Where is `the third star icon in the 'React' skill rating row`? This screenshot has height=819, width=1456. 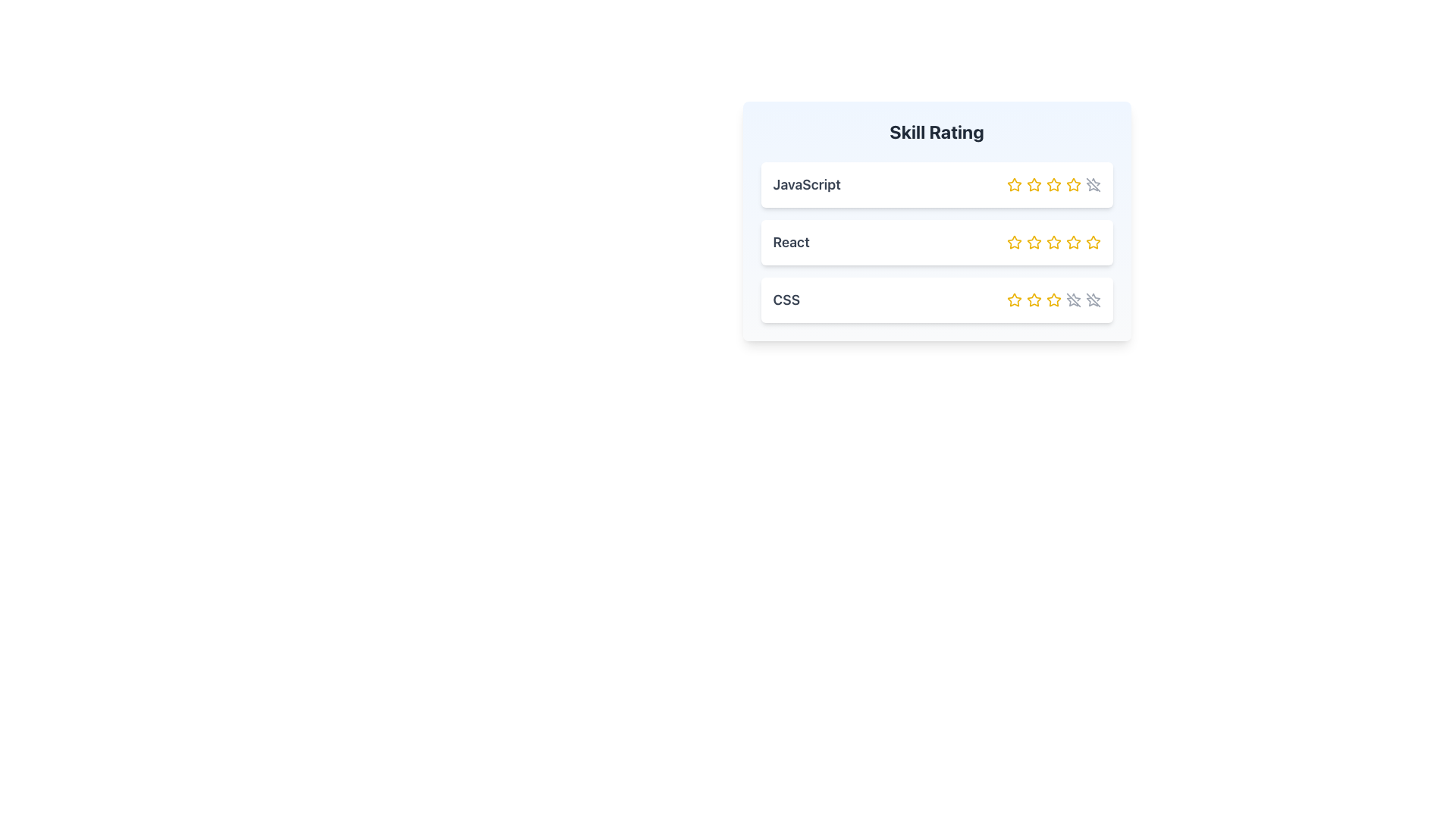 the third star icon in the 'React' skill rating row is located at coordinates (1072, 241).